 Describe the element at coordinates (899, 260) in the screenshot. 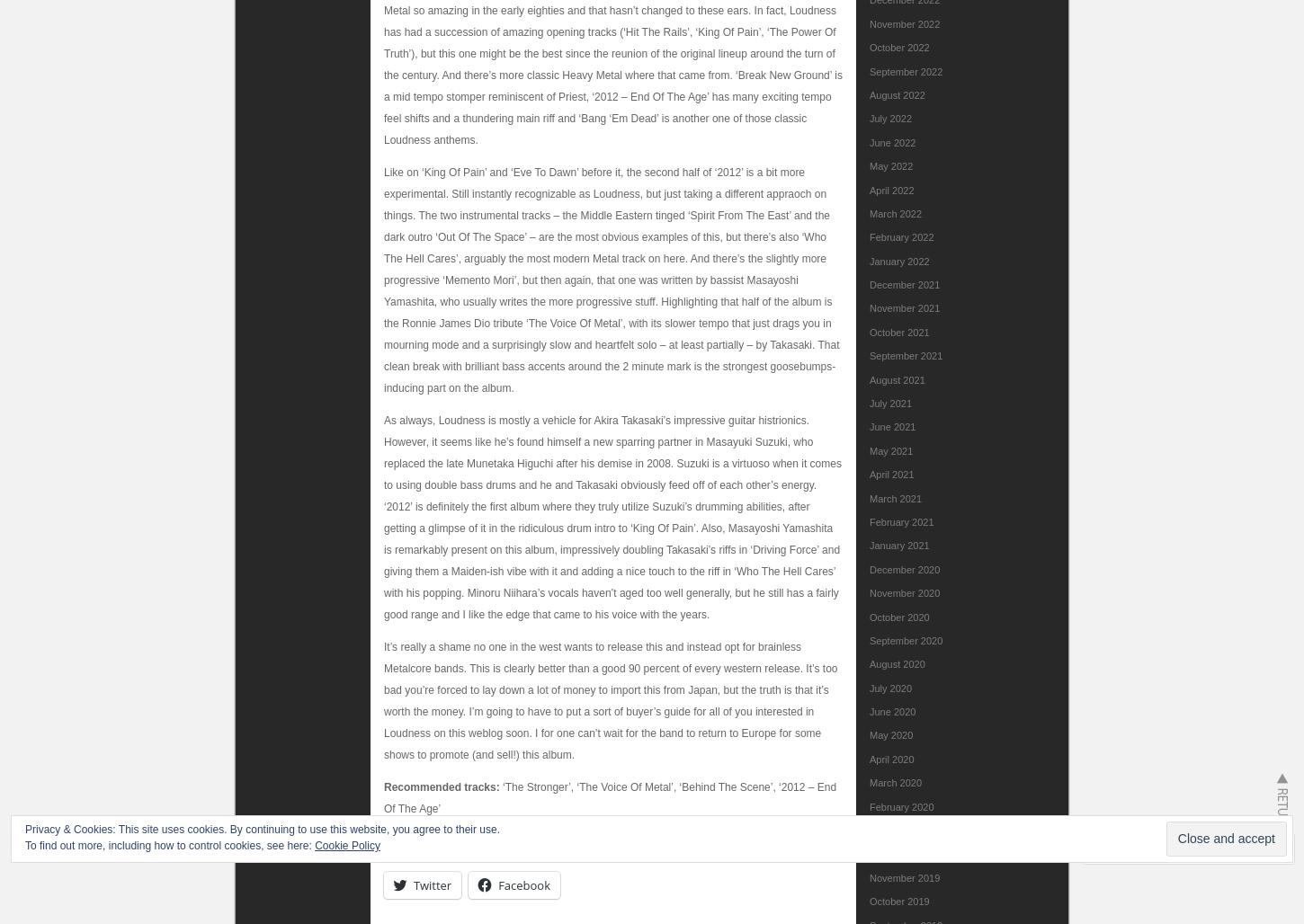

I see `'January 2022'` at that location.